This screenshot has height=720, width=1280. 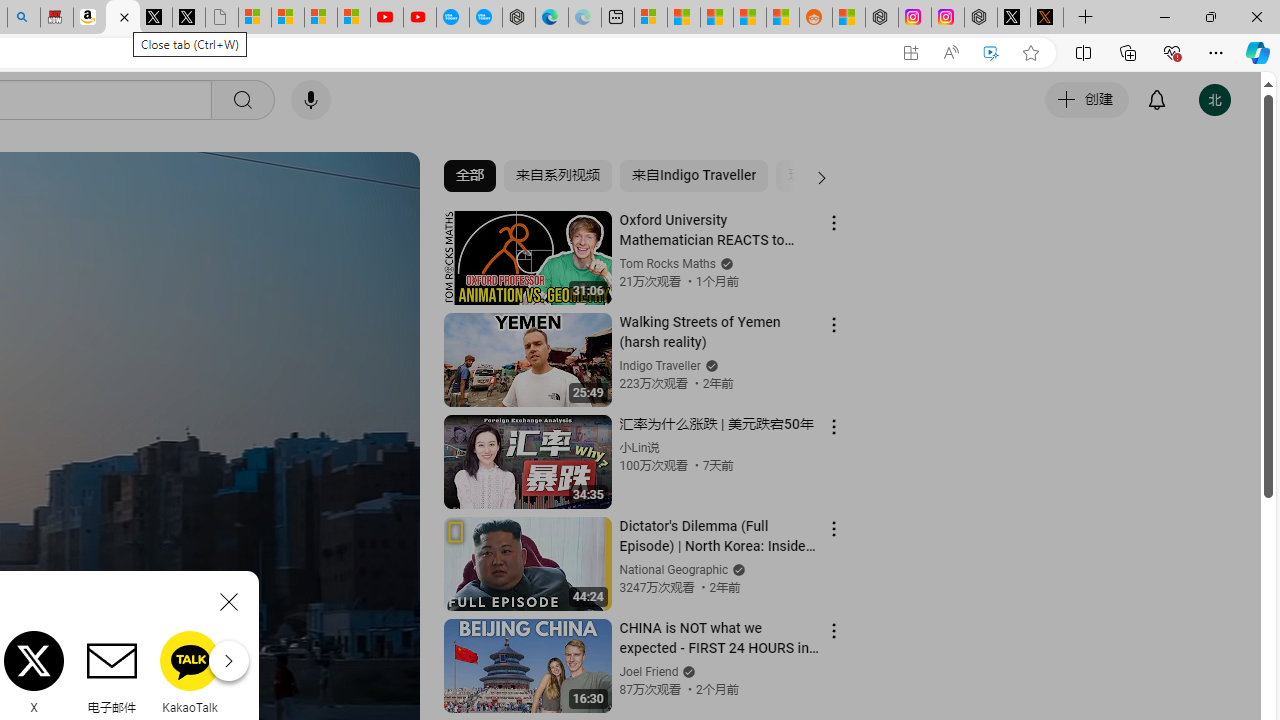 What do you see at coordinates (190, 672) in the screenshot?
I see `'KakaoTalk'` at bounding box center [190, 672].